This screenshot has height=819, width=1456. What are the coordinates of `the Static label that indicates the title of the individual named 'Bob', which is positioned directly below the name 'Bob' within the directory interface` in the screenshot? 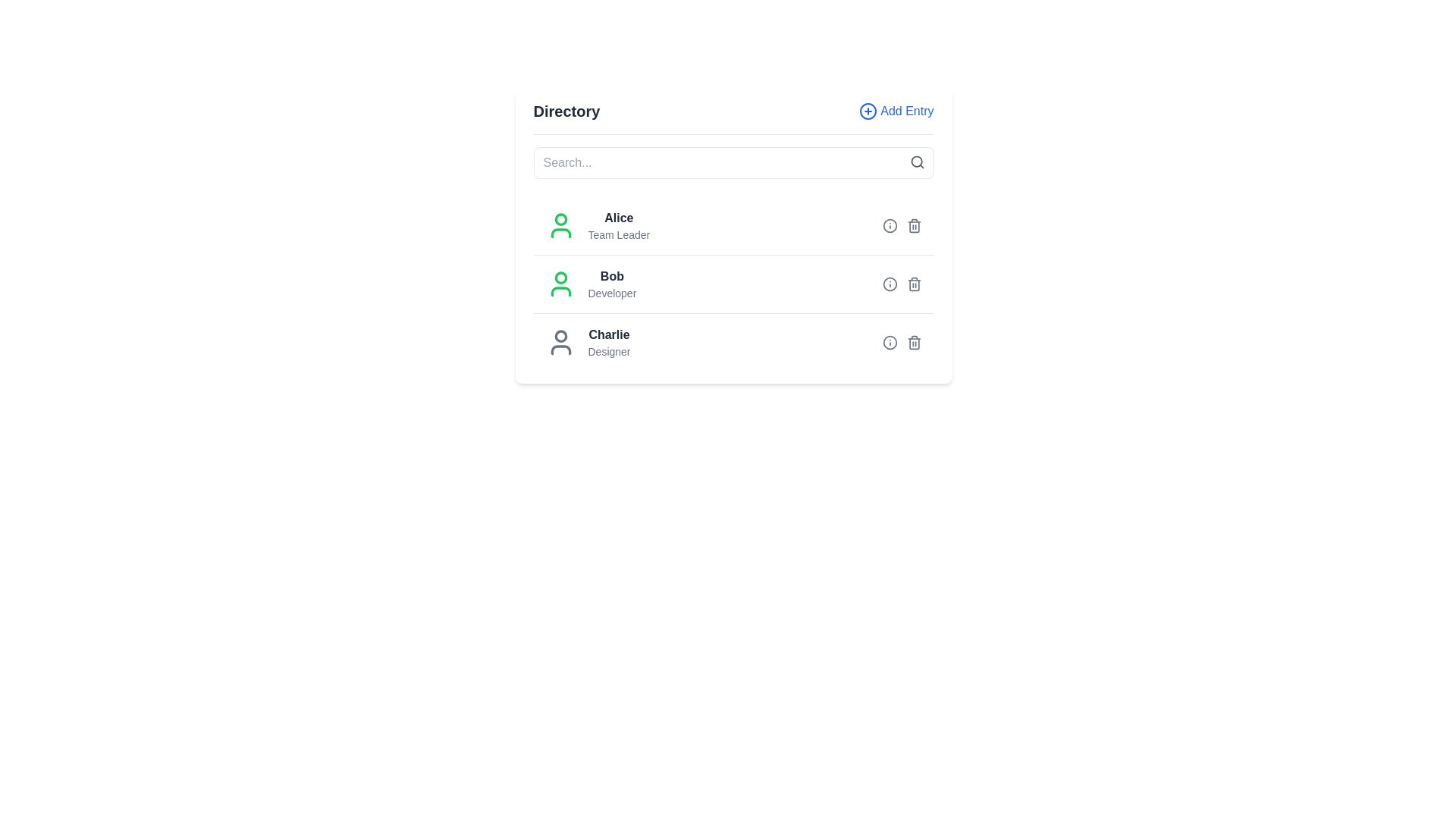 It's located at (612, 293).